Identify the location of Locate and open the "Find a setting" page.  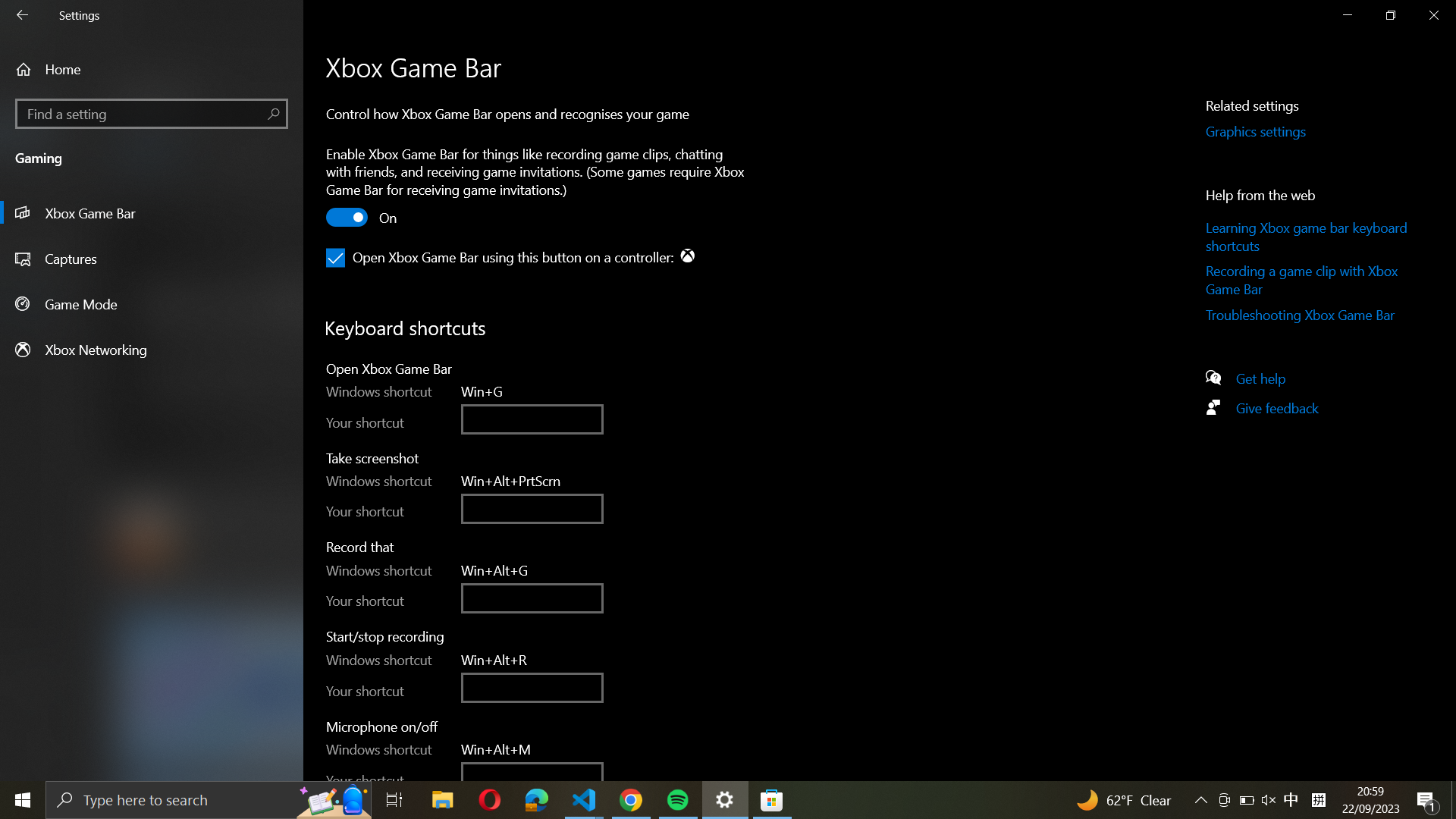
(151, 113).